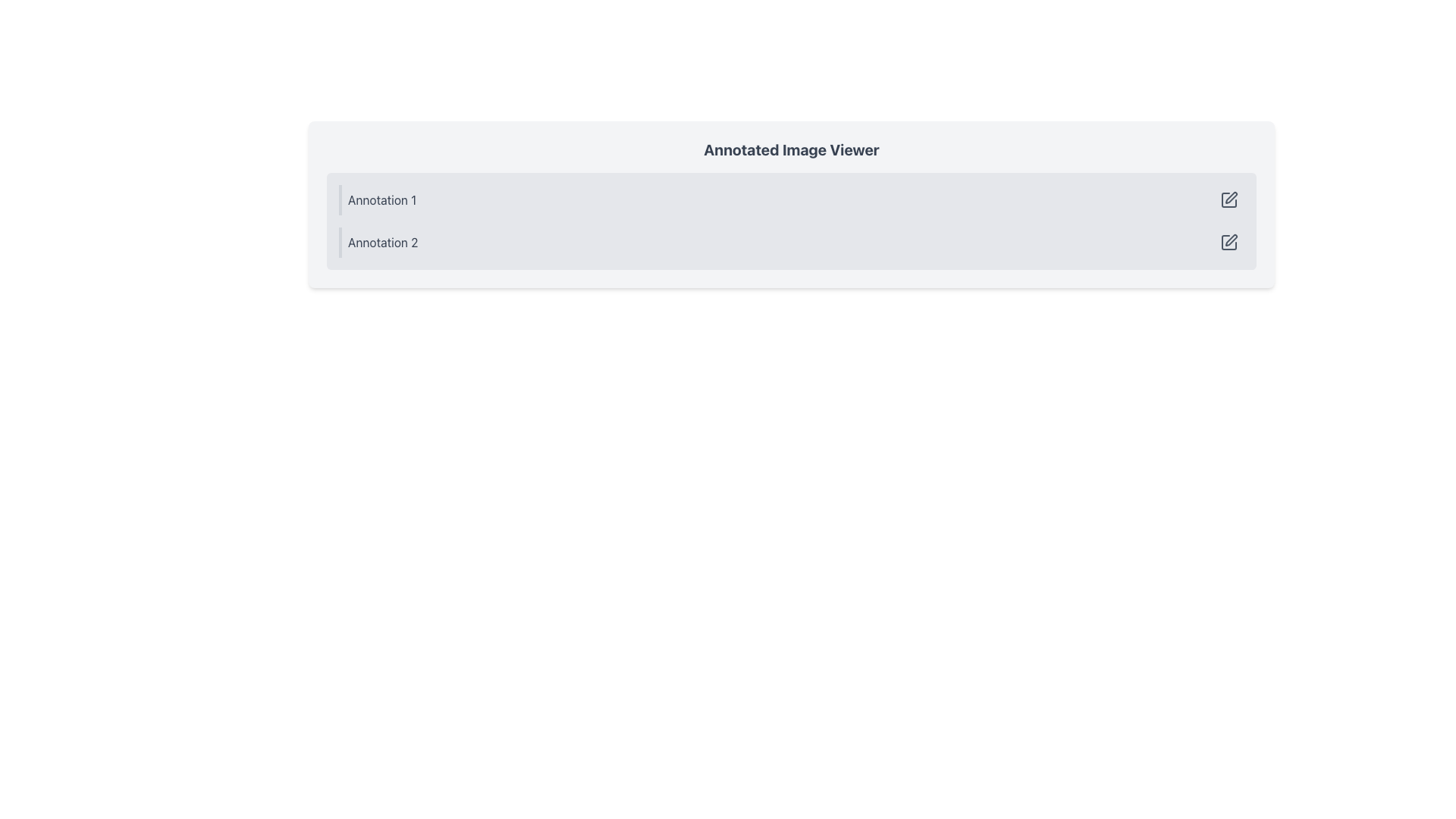 Image resolution: width=1456 pixels, height=819 pixels. Describe the element at coordinates (1229, 199) in the screenshot. I see `the editing icon represented by a square or pen-square metaphor, located in the top-right corner of the content block` at that location.